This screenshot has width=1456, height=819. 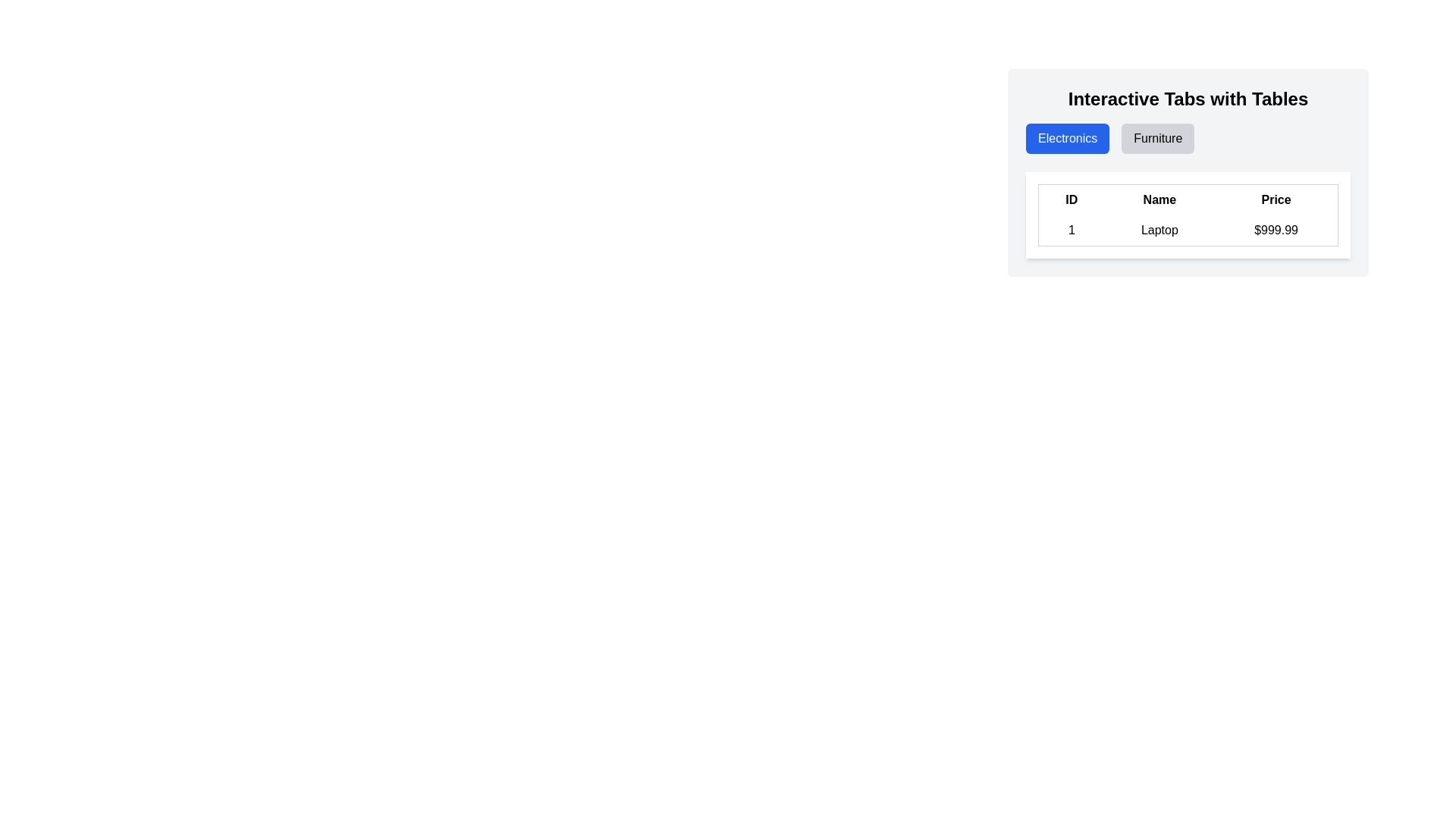 I want to click on the price text label located in the third column of the first row of the table, next to the 'Laptop' text label, so click(x=1276, y=231).